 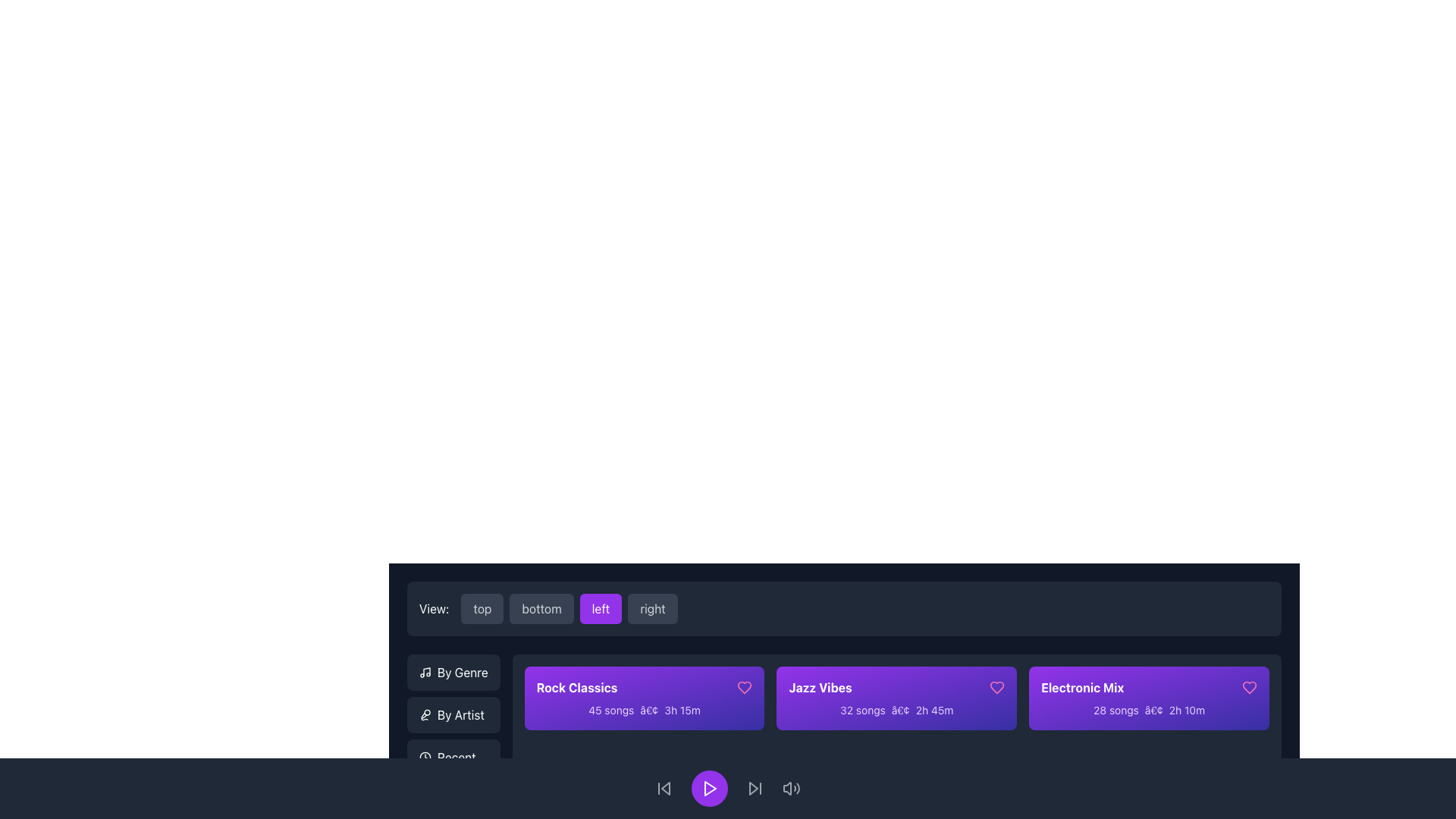 I want to click on the heart-shaped icon in pink color located in the upper-right area of the 'Jazz Vibes' card to like or unlike the item, so click(x=997, y=687).